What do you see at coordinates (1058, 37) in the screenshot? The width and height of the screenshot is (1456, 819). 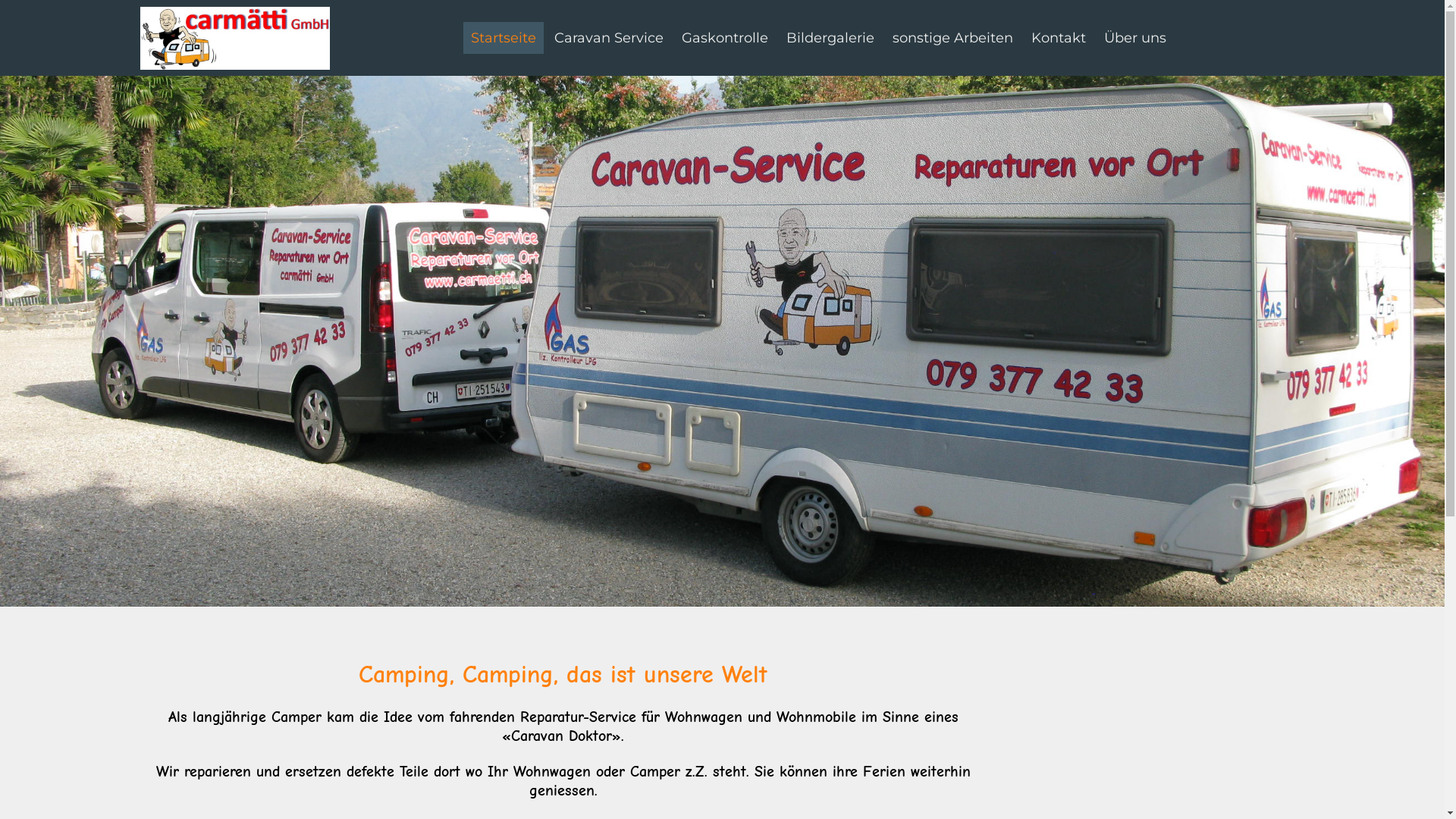 I see `'Kontakt'` at bounding box center [1058, 37].